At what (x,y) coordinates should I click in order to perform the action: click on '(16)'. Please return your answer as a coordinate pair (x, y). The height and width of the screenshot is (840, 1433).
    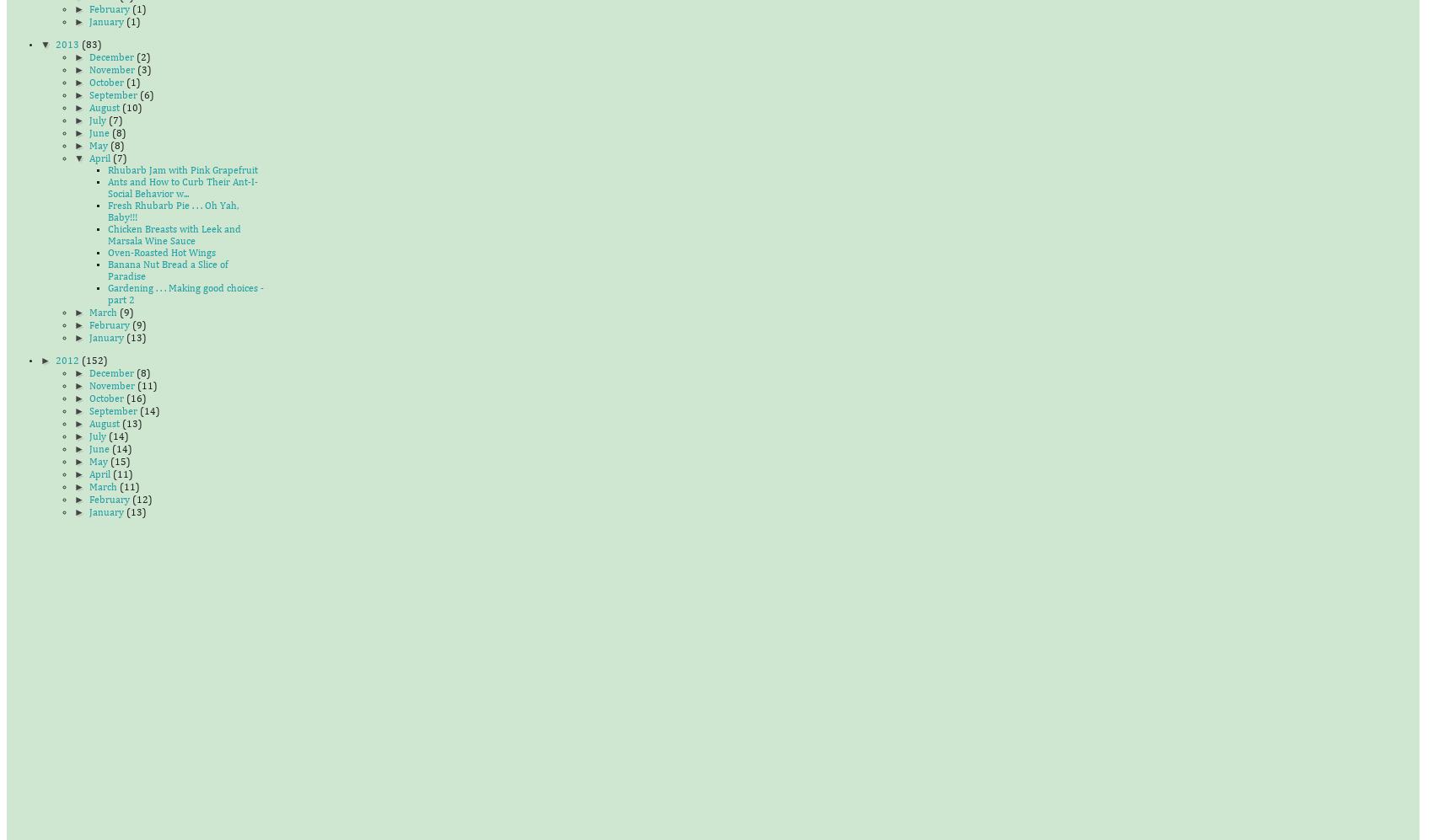
    Looking at the image, I should click on (134, 399).